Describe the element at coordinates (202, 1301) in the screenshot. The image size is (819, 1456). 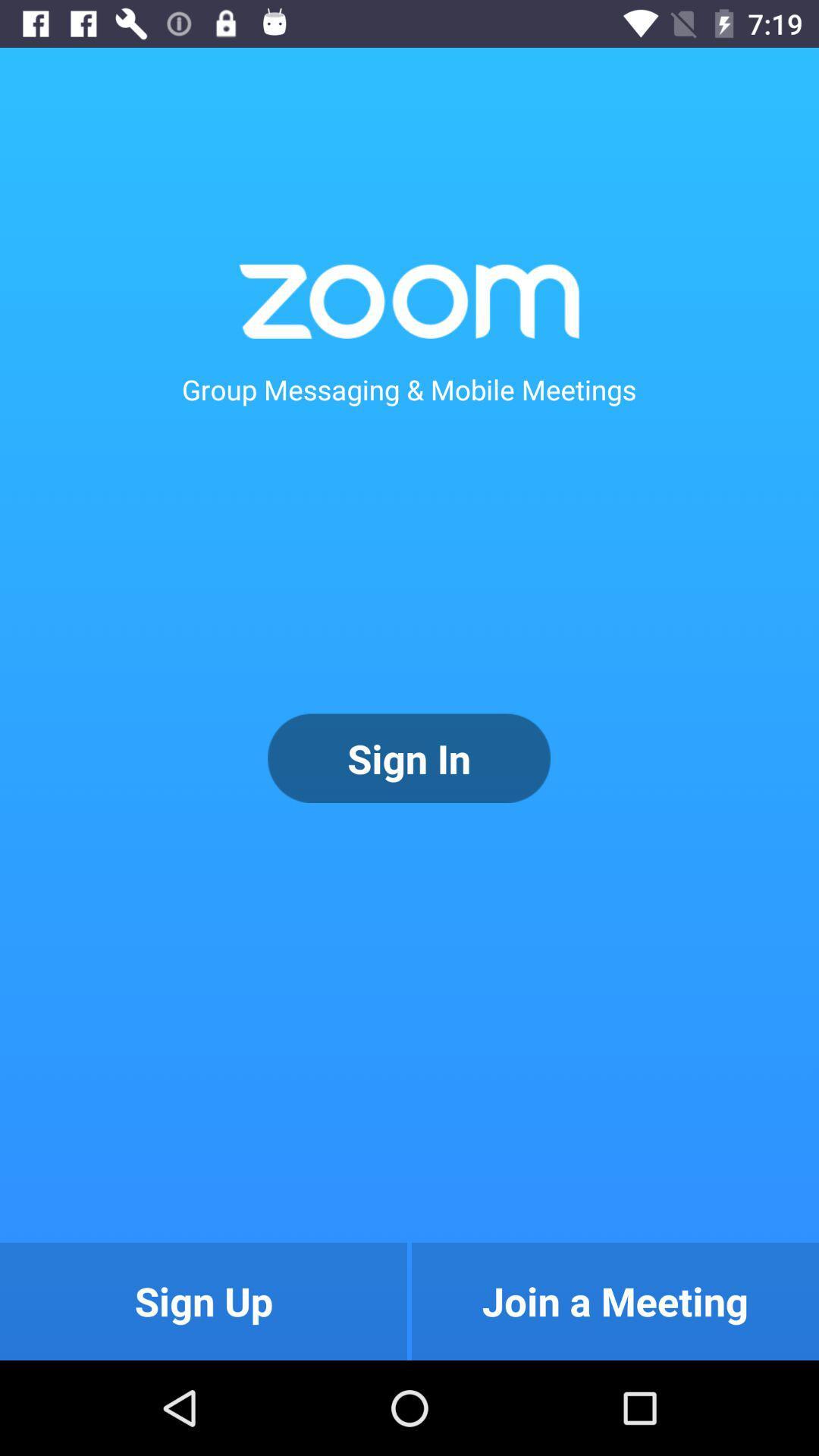
I see `button next to join a meeting item` at that location.